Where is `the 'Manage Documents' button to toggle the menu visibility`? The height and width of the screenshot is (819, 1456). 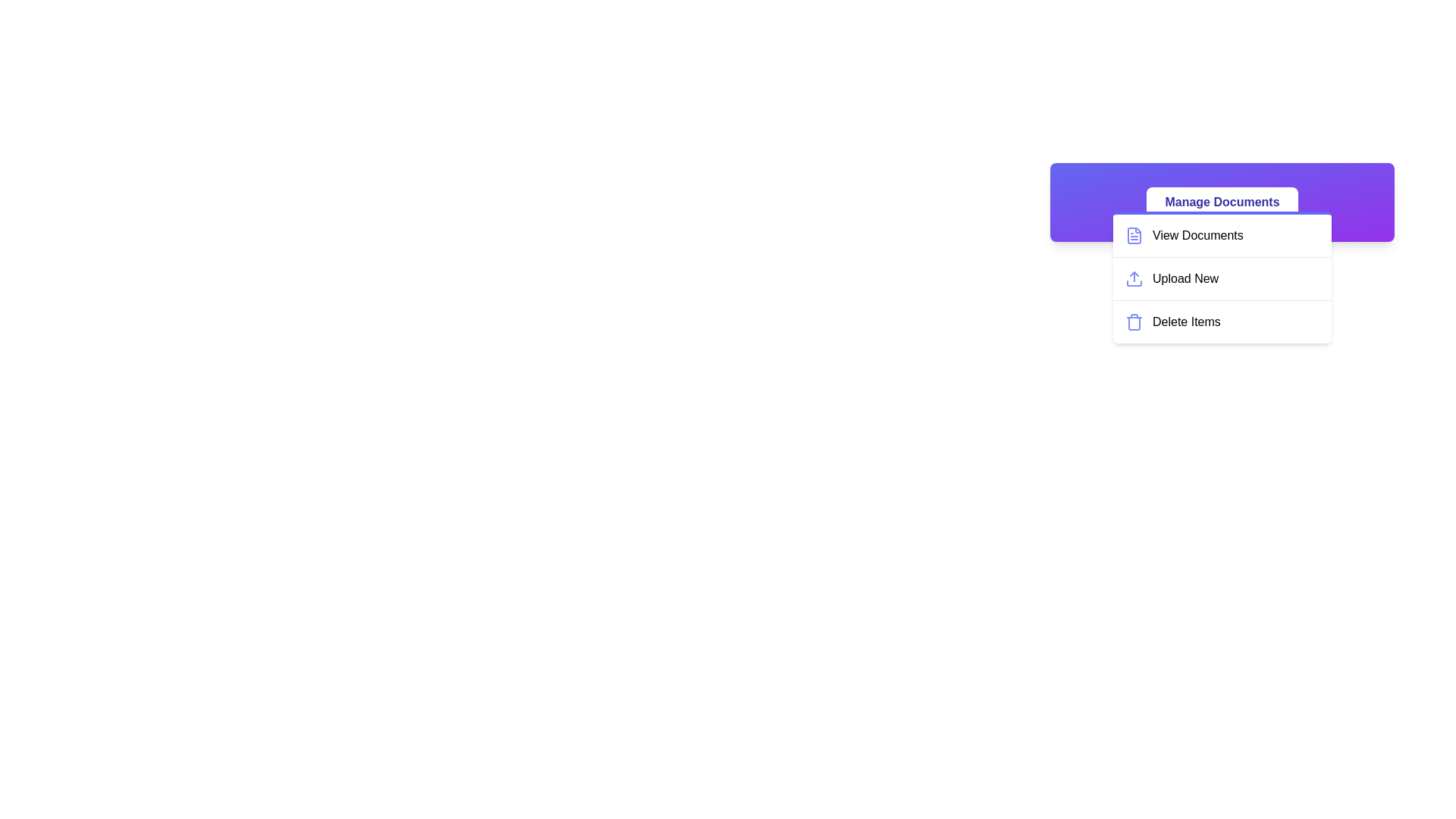 the 'Manage Documents' button to toggle the menu visibility is located at coordinates (1222, 201).